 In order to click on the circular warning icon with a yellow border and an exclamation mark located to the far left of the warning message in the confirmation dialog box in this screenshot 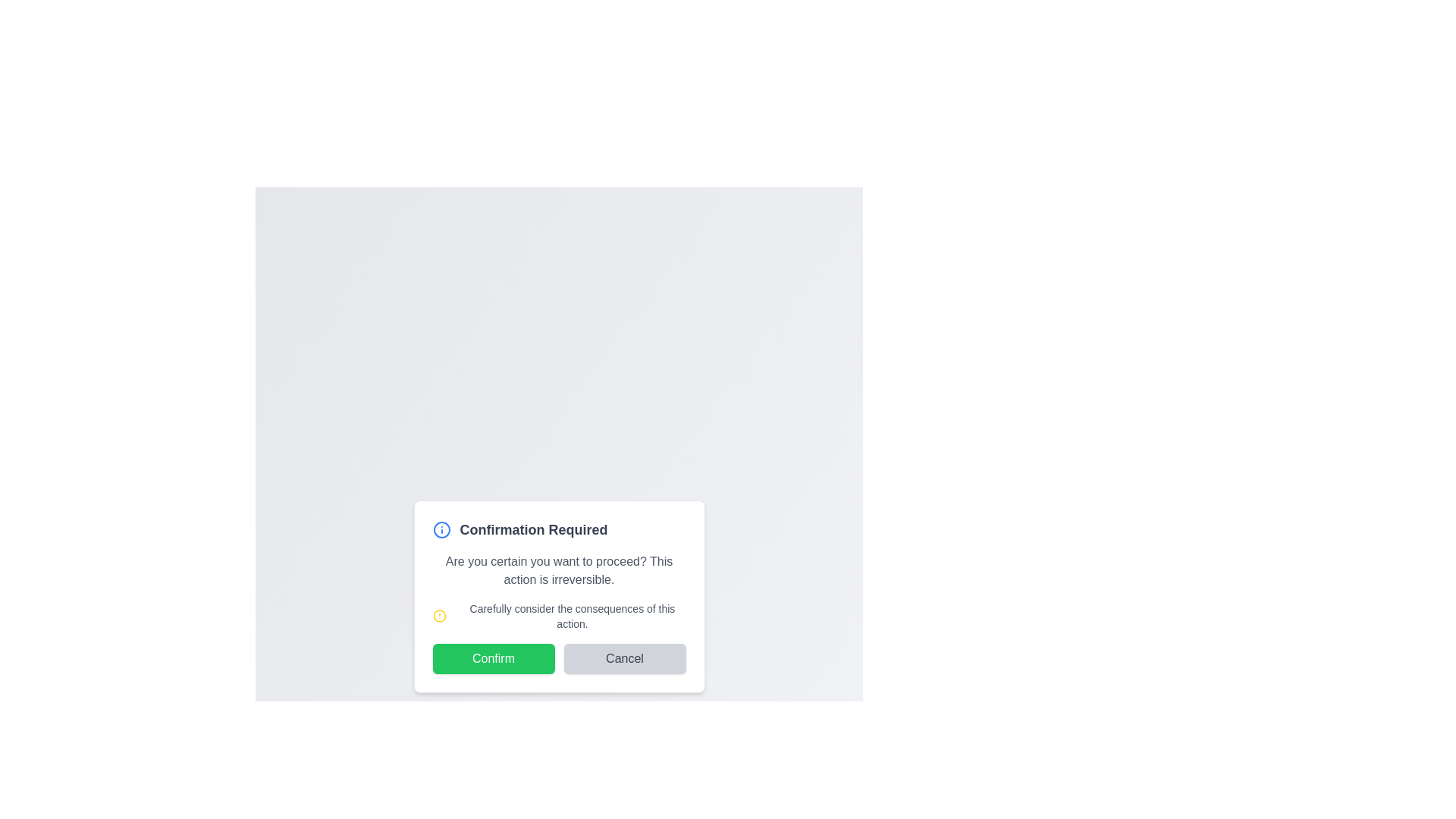, I will do `click(439, 617)`.